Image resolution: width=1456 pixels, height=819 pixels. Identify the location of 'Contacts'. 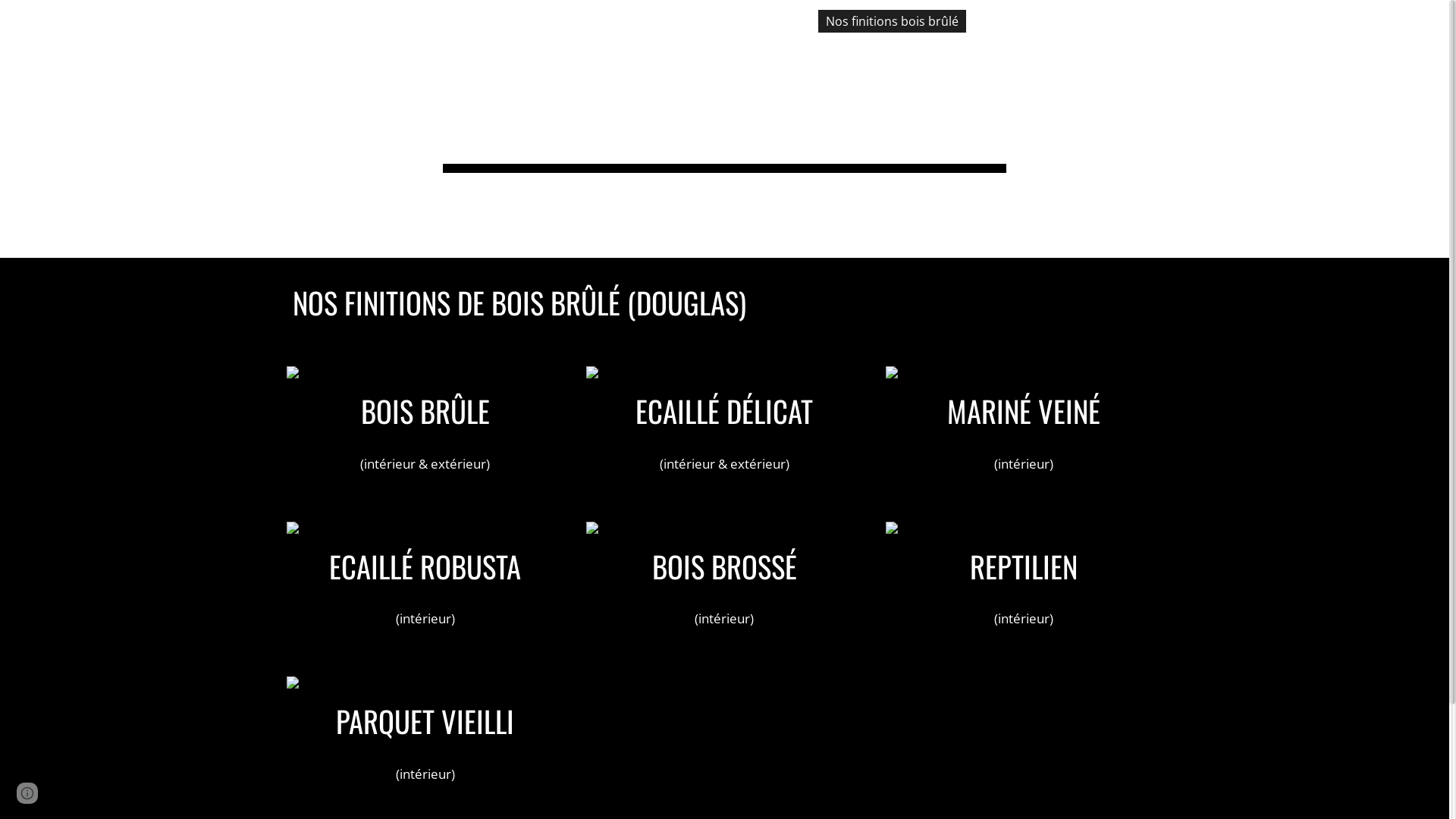
(1262, 20).